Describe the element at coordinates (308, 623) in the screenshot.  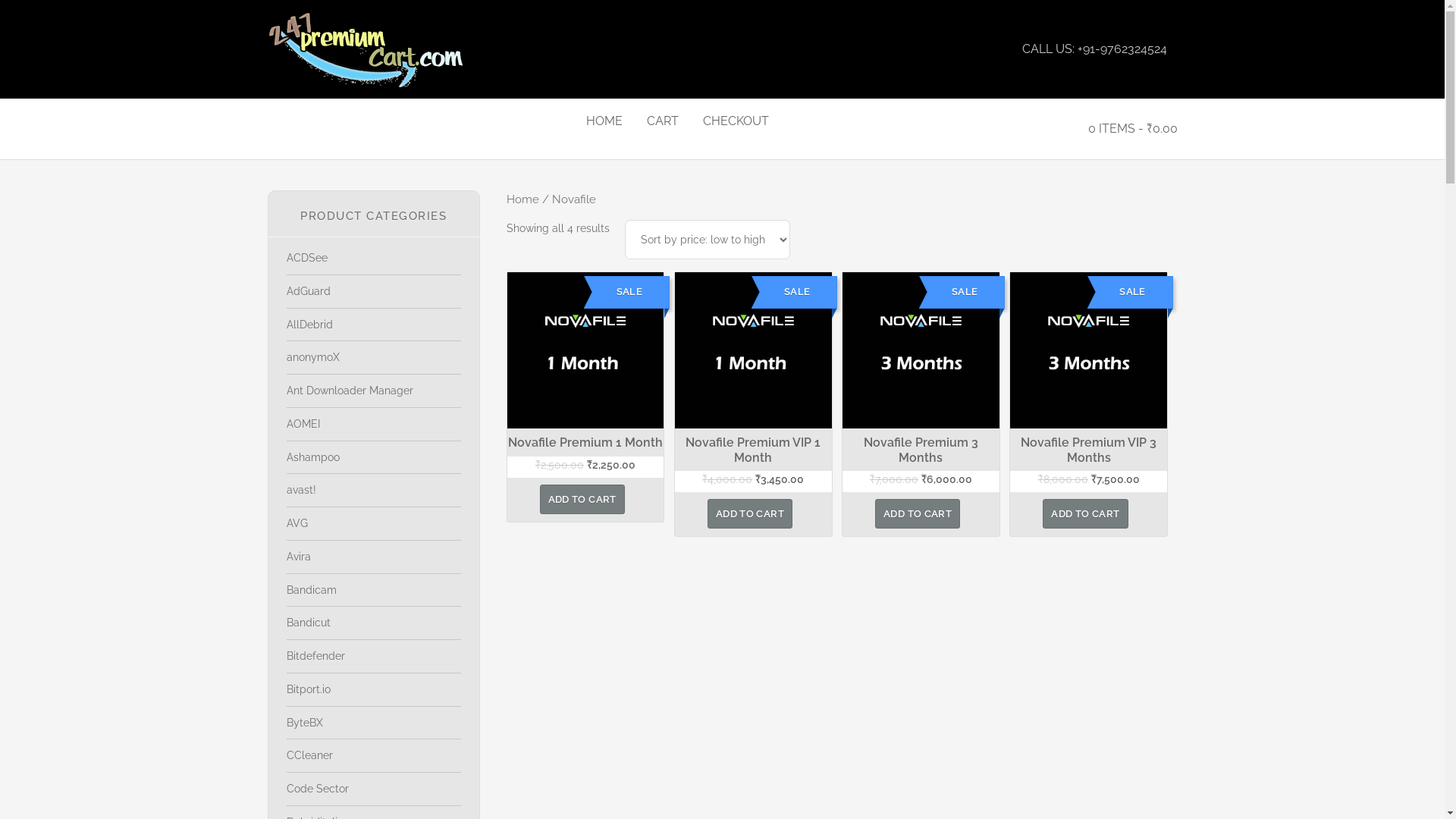
I see `'Bandicut'` at that location.